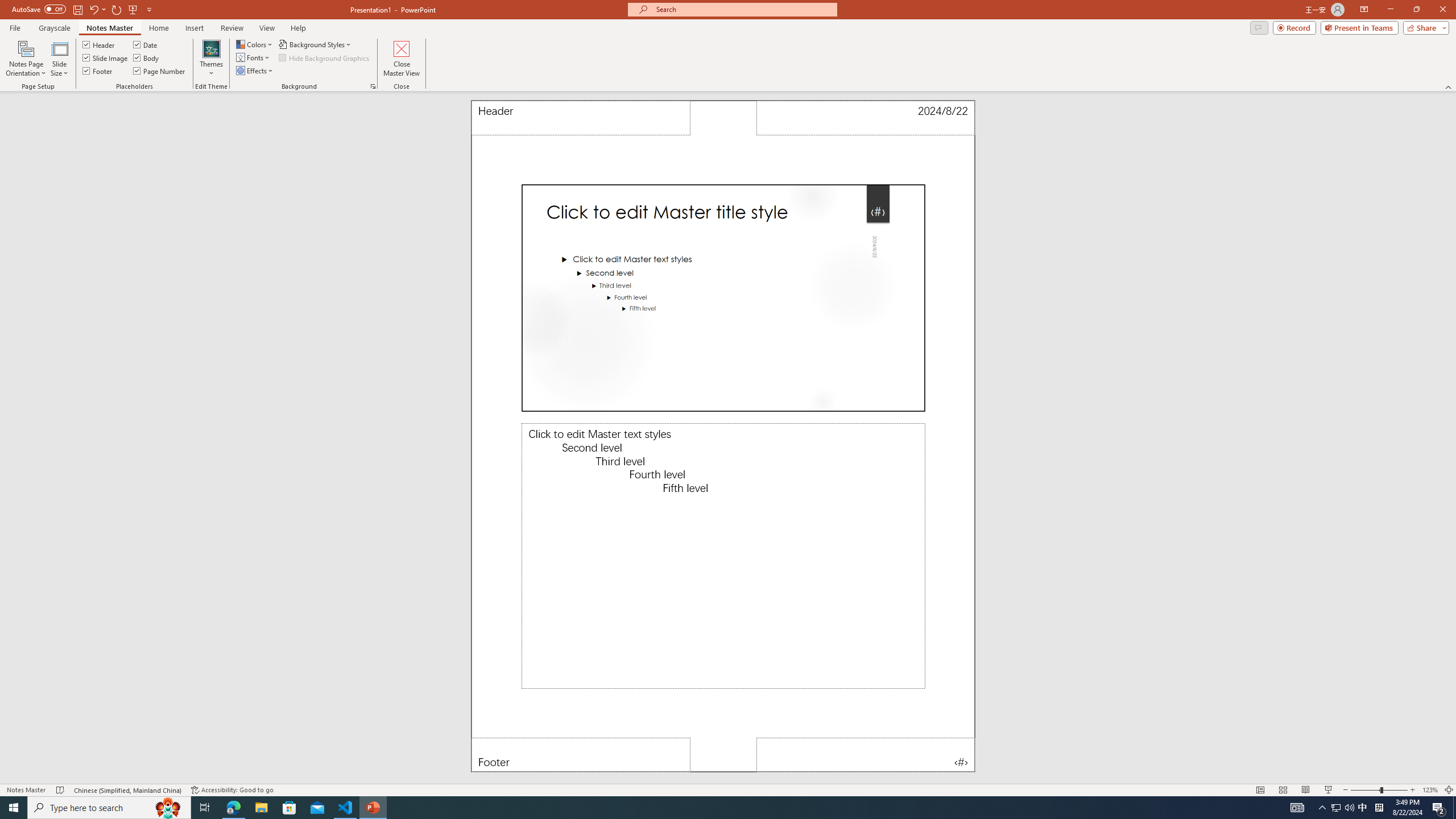  Describe the element at coordinates (231, 790) in the screenshot. I see `'Accessibility Checker Accessibility: Good to go'` at that location.